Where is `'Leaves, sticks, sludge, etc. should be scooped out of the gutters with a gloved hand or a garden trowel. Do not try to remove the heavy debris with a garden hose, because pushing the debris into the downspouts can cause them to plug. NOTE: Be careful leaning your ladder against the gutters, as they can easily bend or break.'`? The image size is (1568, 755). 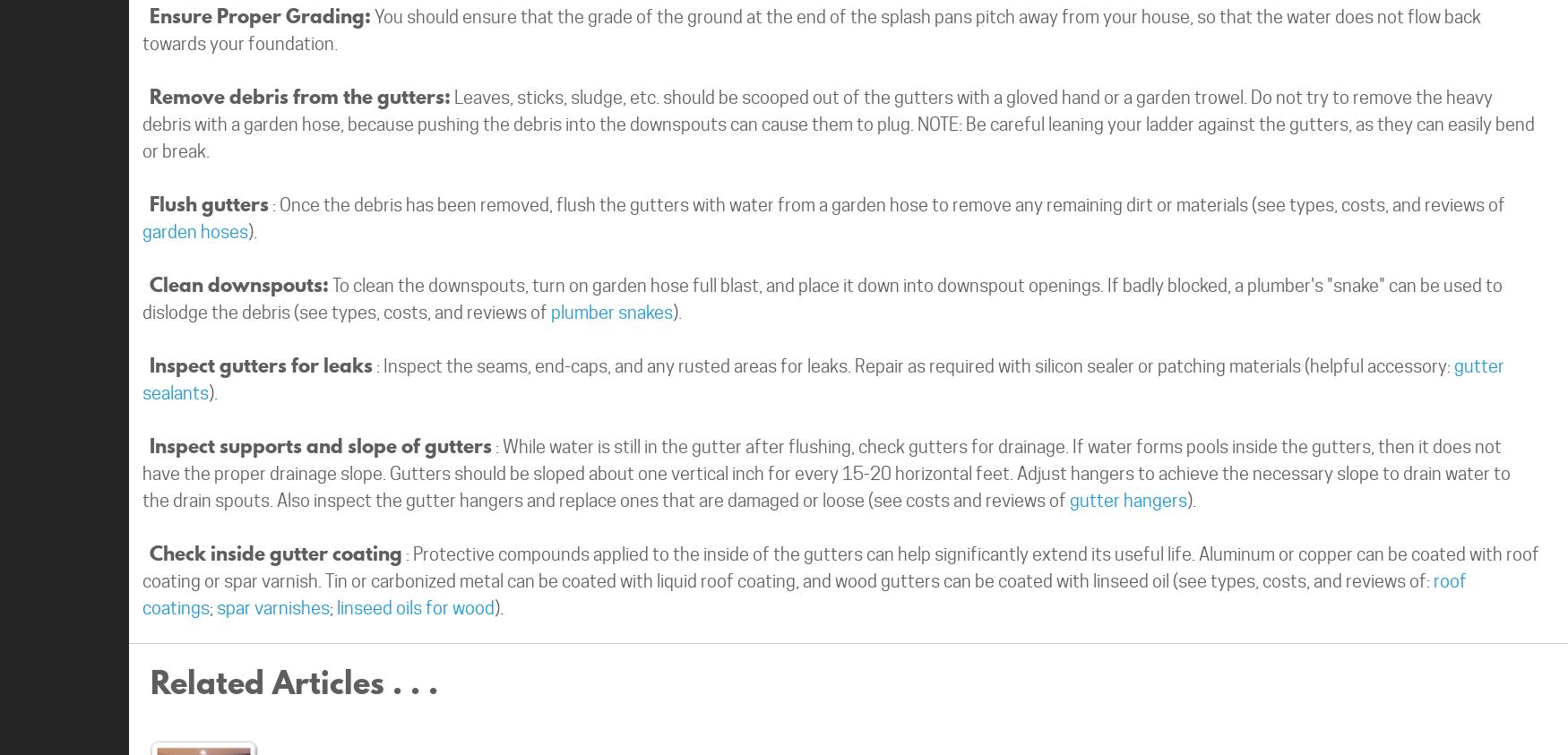 'Leaves, sticks, sludge, etc. should be scooped out of the gutters with a gloved hand or a garden trowel. Do not try to remove the heavy debris with a garden hose, because pushing the debris into the downspouts can cause them to plug. NOTE: Be careful leaning your ladder against the gutters, as they can easily bend or break.' is located at coordinates (838, 124).